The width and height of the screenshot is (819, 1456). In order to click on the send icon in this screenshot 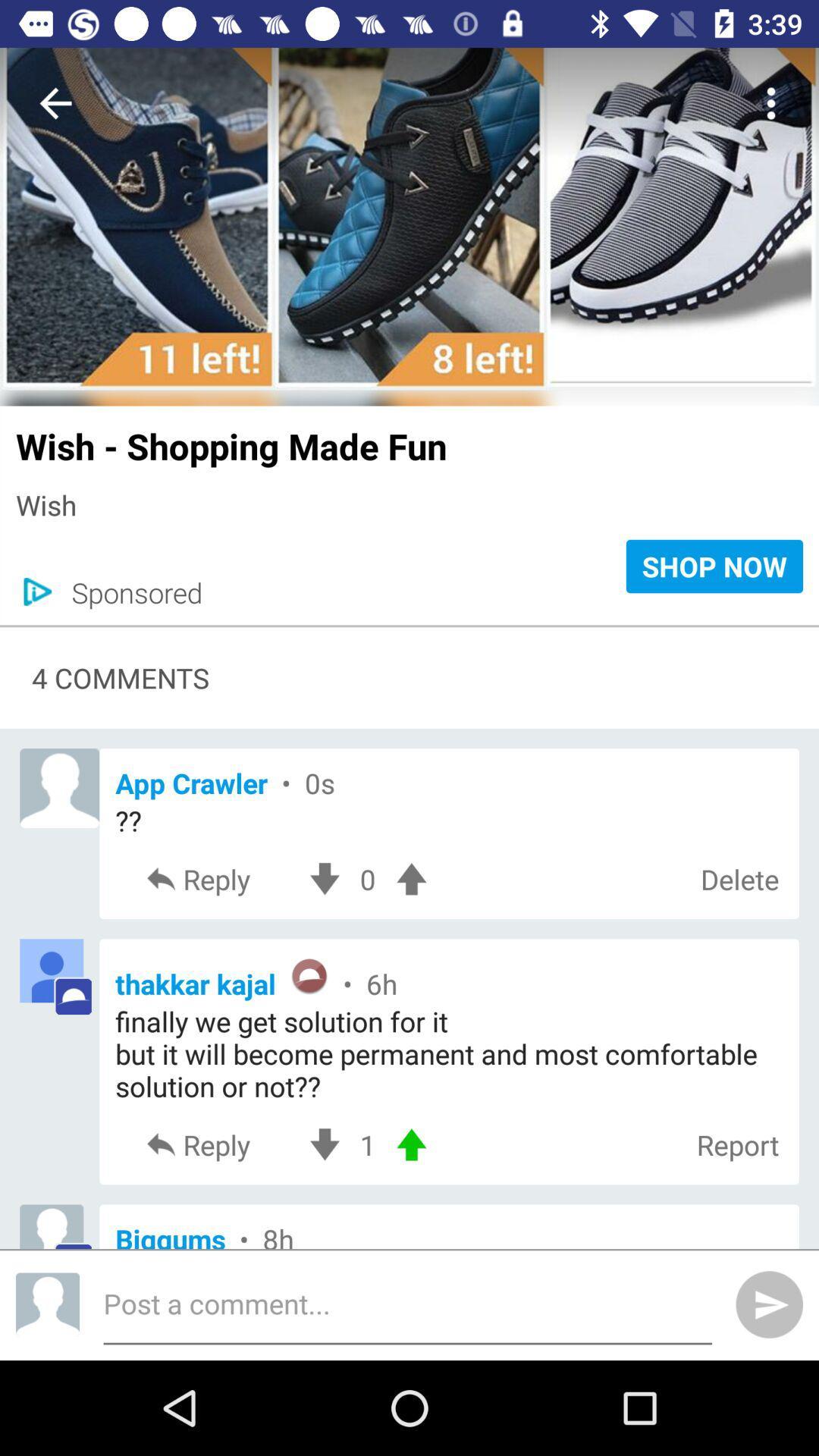, I will do `click(769, 1304)`.